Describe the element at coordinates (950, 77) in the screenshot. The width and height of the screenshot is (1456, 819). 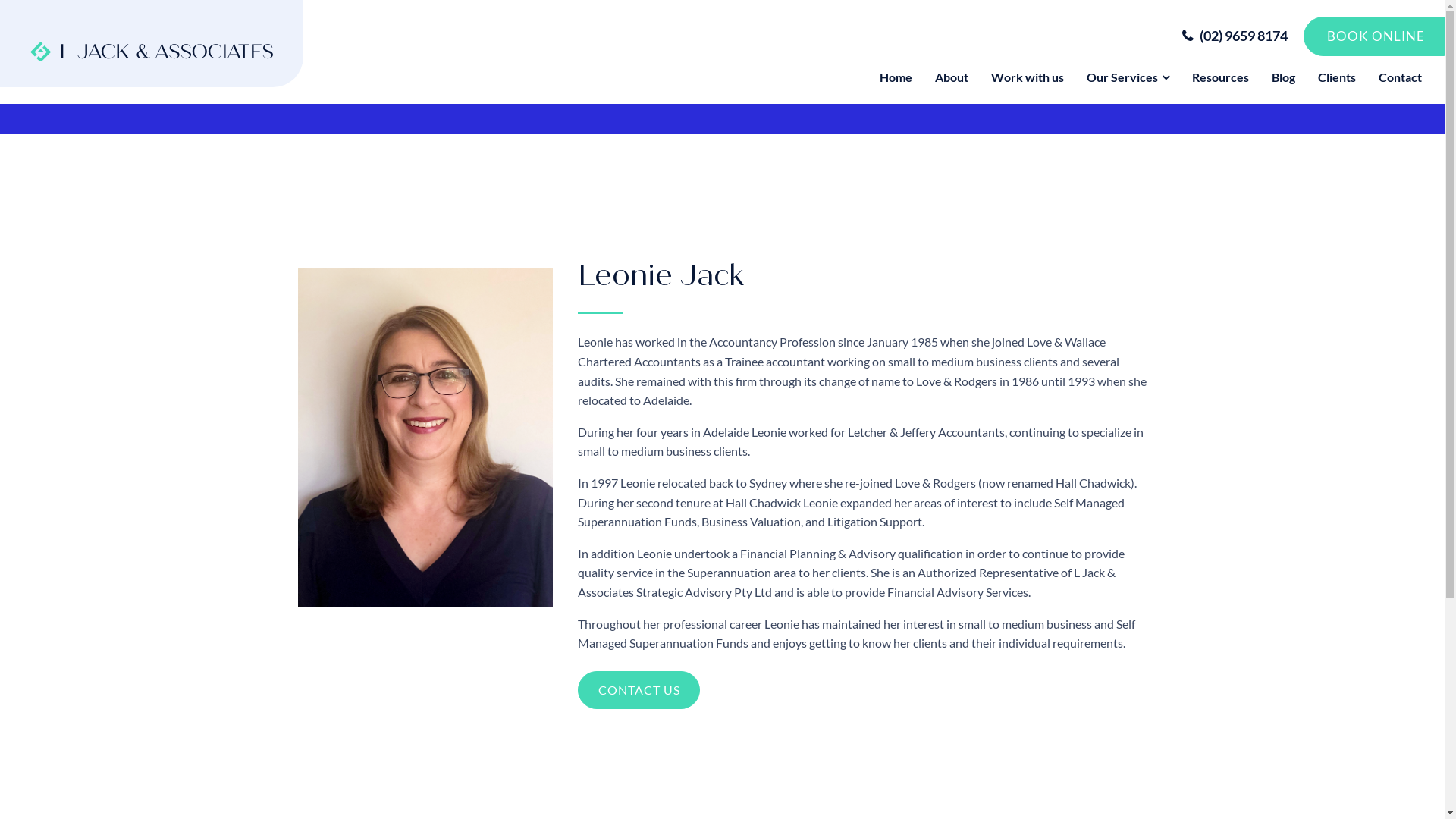
I see `'About'` at that location.